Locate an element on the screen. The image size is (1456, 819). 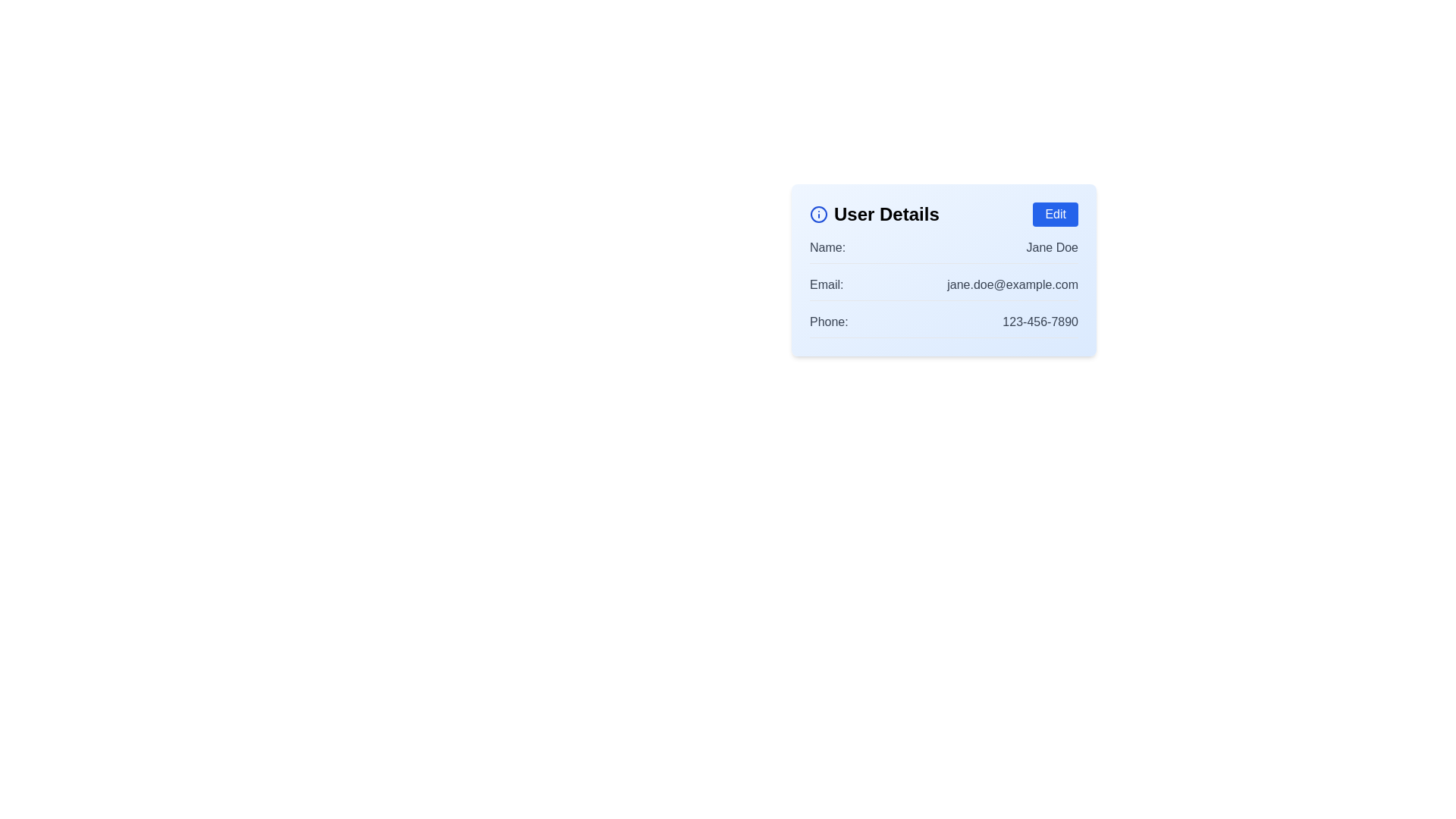
the static text label indicating the user's name, located at the top-left corner of the user details card, aligned with the 'Edit' button is located at coordinates (827, 247).